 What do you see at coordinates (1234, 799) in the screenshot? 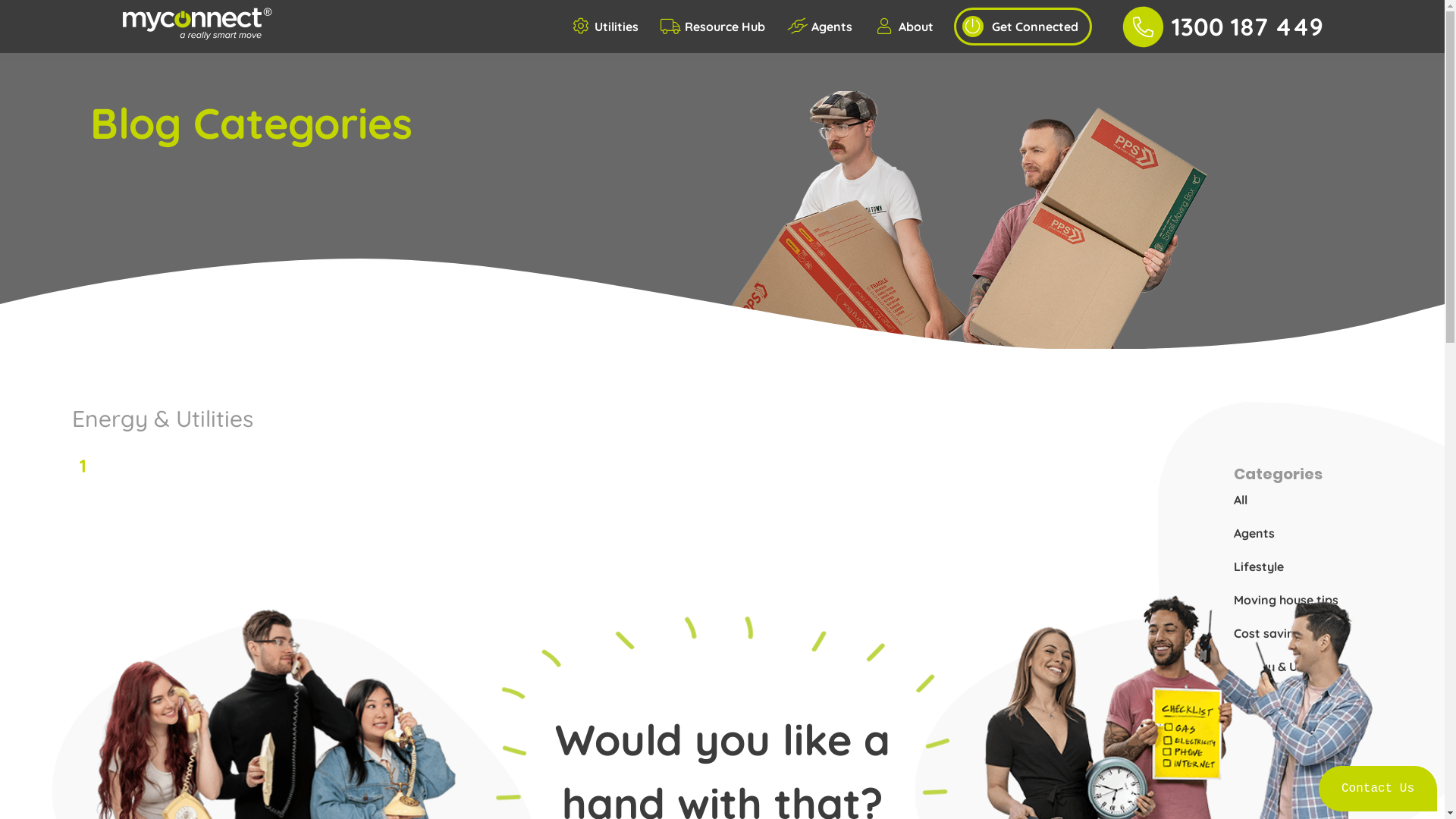
I see `'Winter'` at bounding box center [1234, 799].